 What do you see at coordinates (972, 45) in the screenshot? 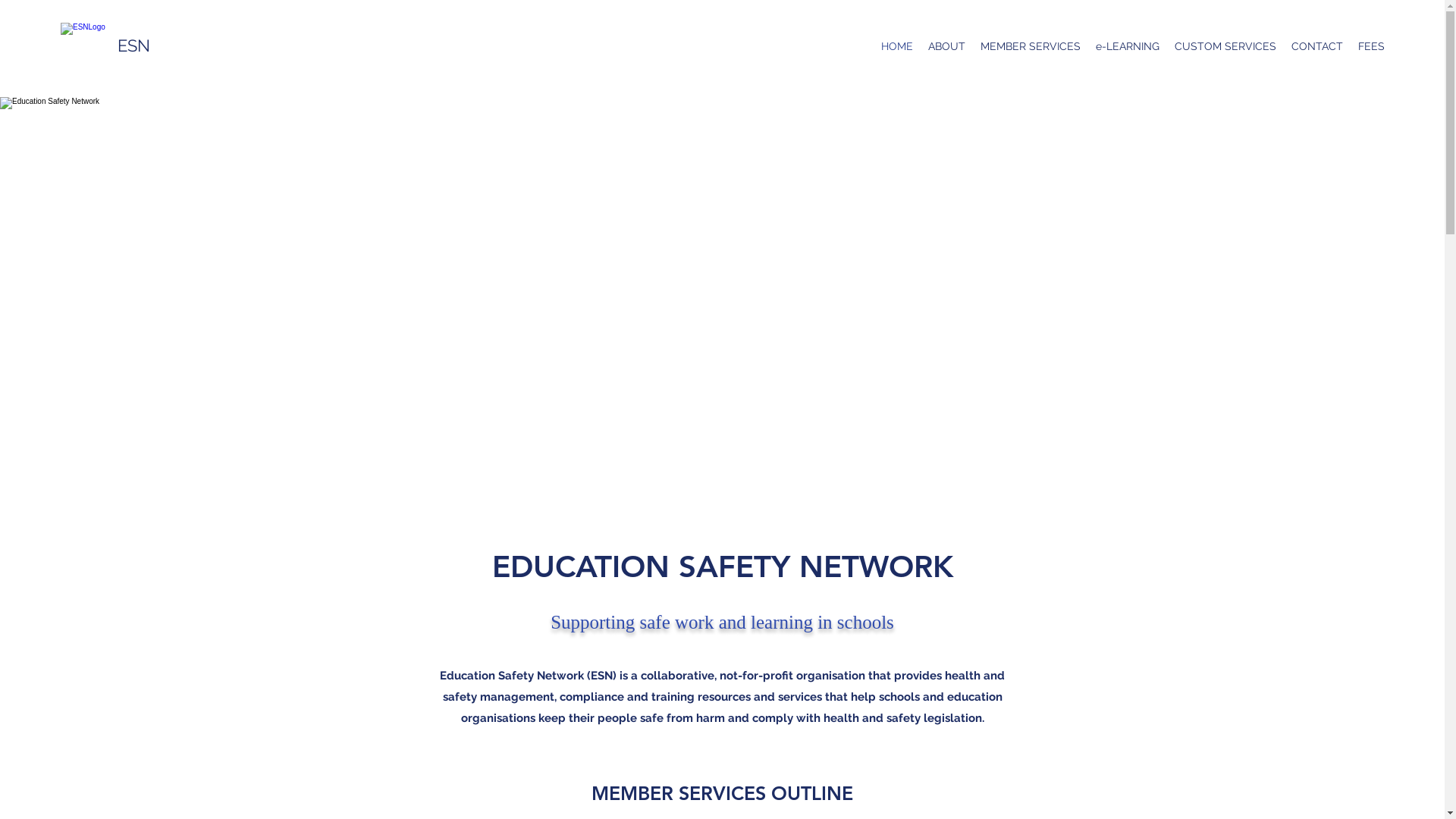
I see `'MEMBER SERVICES'` at bounding box center [972, 45].